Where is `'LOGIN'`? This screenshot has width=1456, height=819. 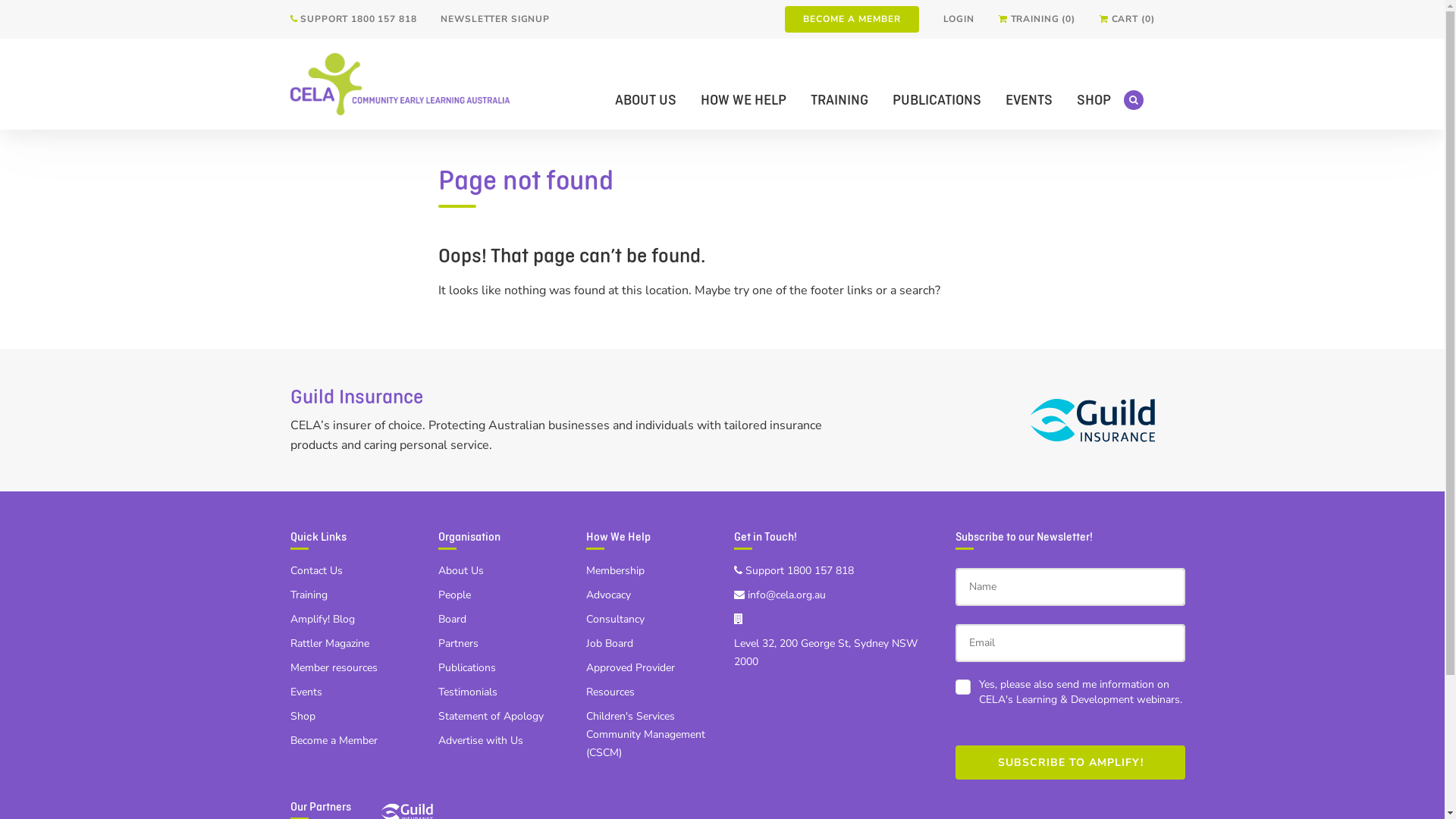 'LOGIN' is located at coordinates (958, 19).